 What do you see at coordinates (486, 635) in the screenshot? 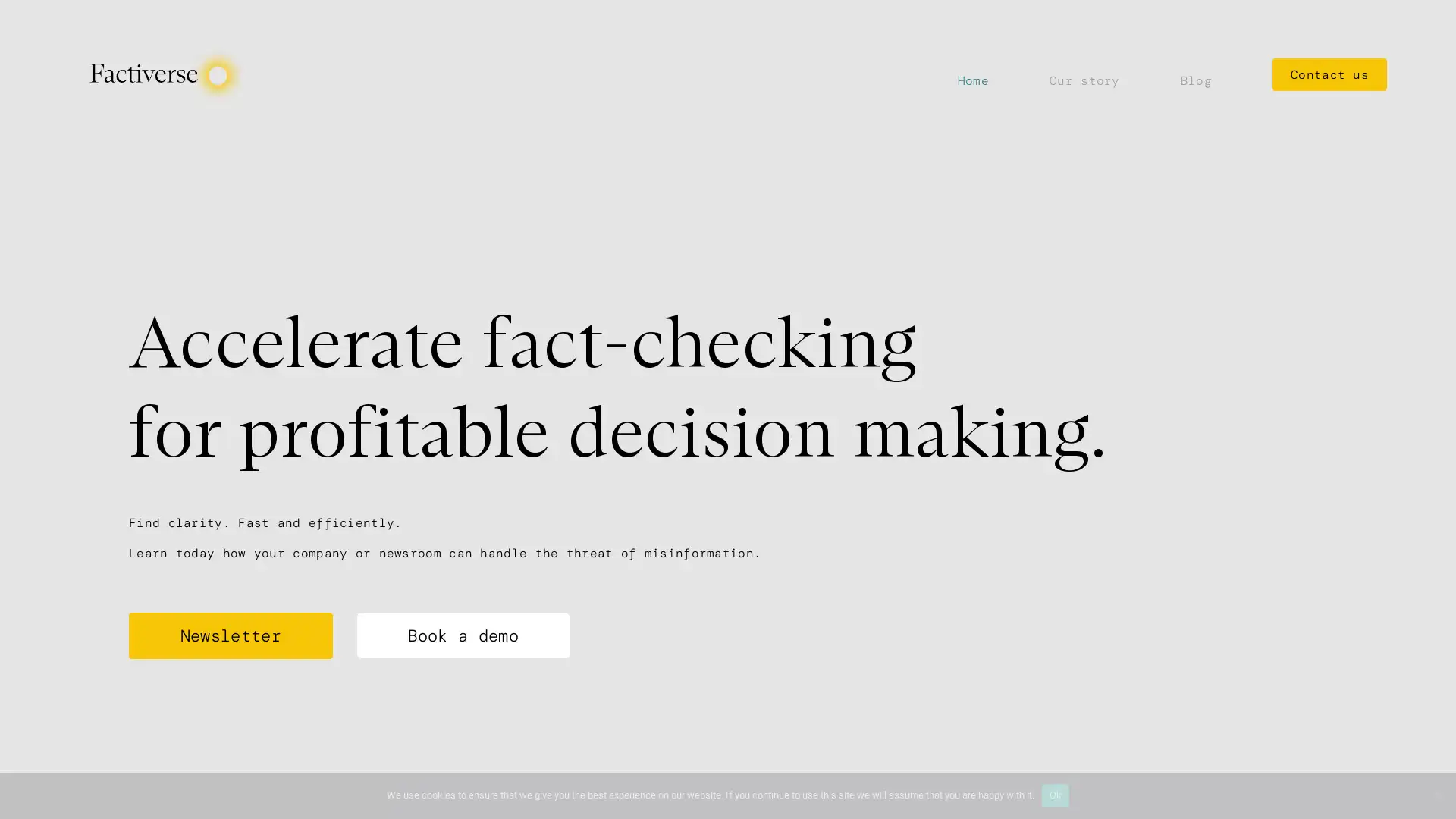
I see `Book a demo` at bounding box center [486, 635].